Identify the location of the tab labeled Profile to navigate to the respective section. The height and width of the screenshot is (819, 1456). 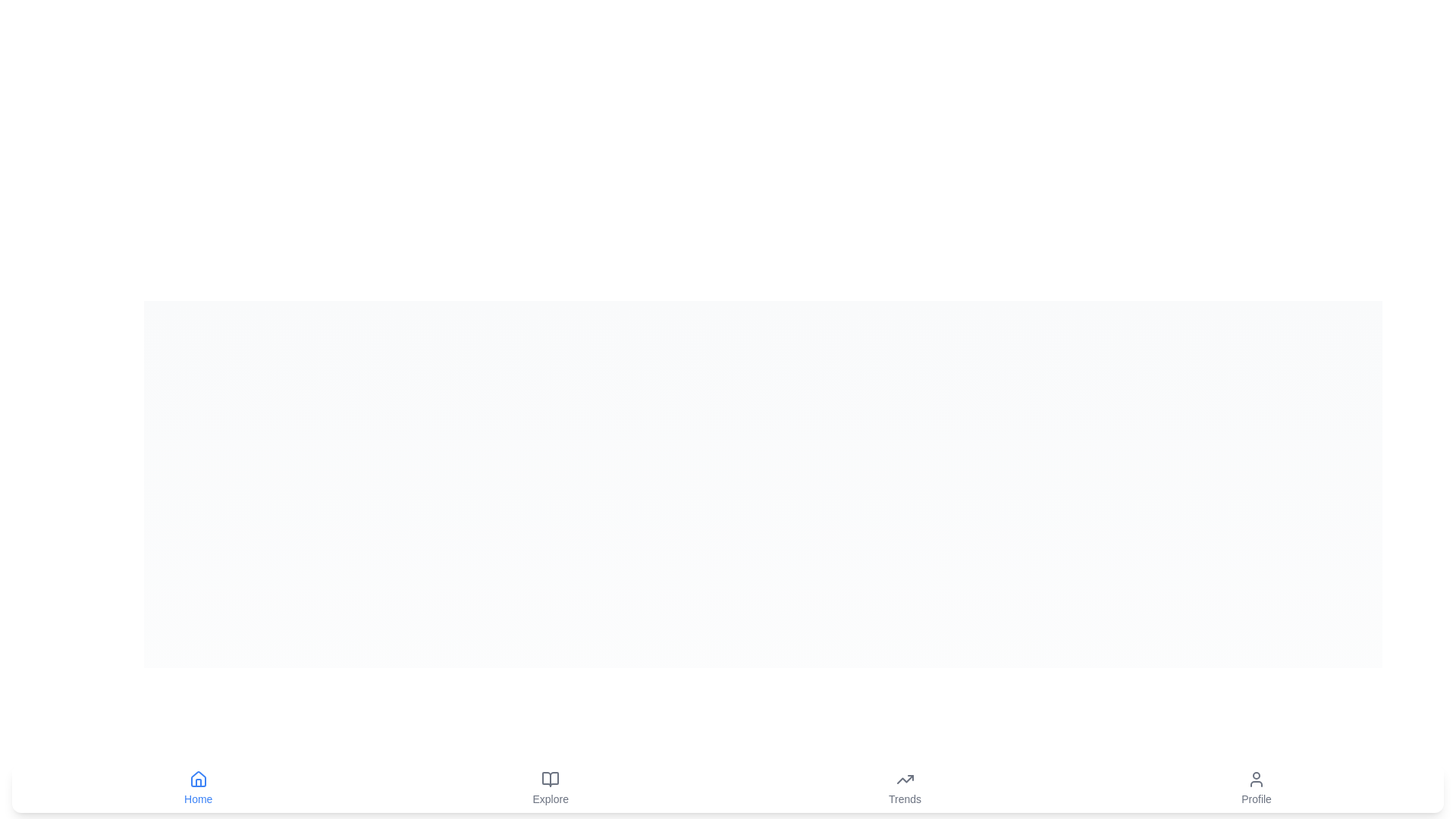
(1257, 788).